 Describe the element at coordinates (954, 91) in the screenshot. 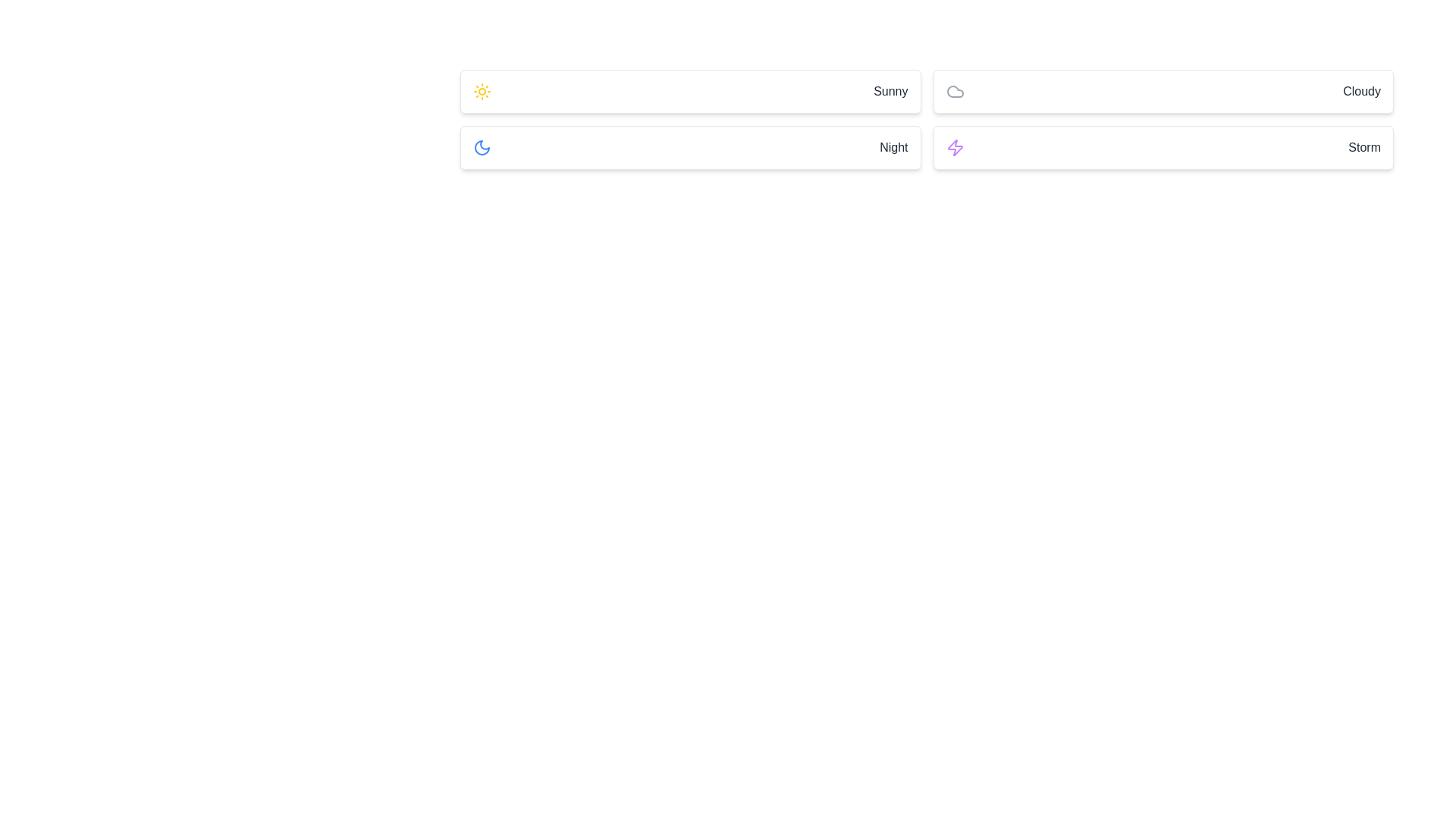

I see `the decorative cloud icon located in the top-right part of the grouped cards, adjacent to the 'Cloudy' text label` at that location.